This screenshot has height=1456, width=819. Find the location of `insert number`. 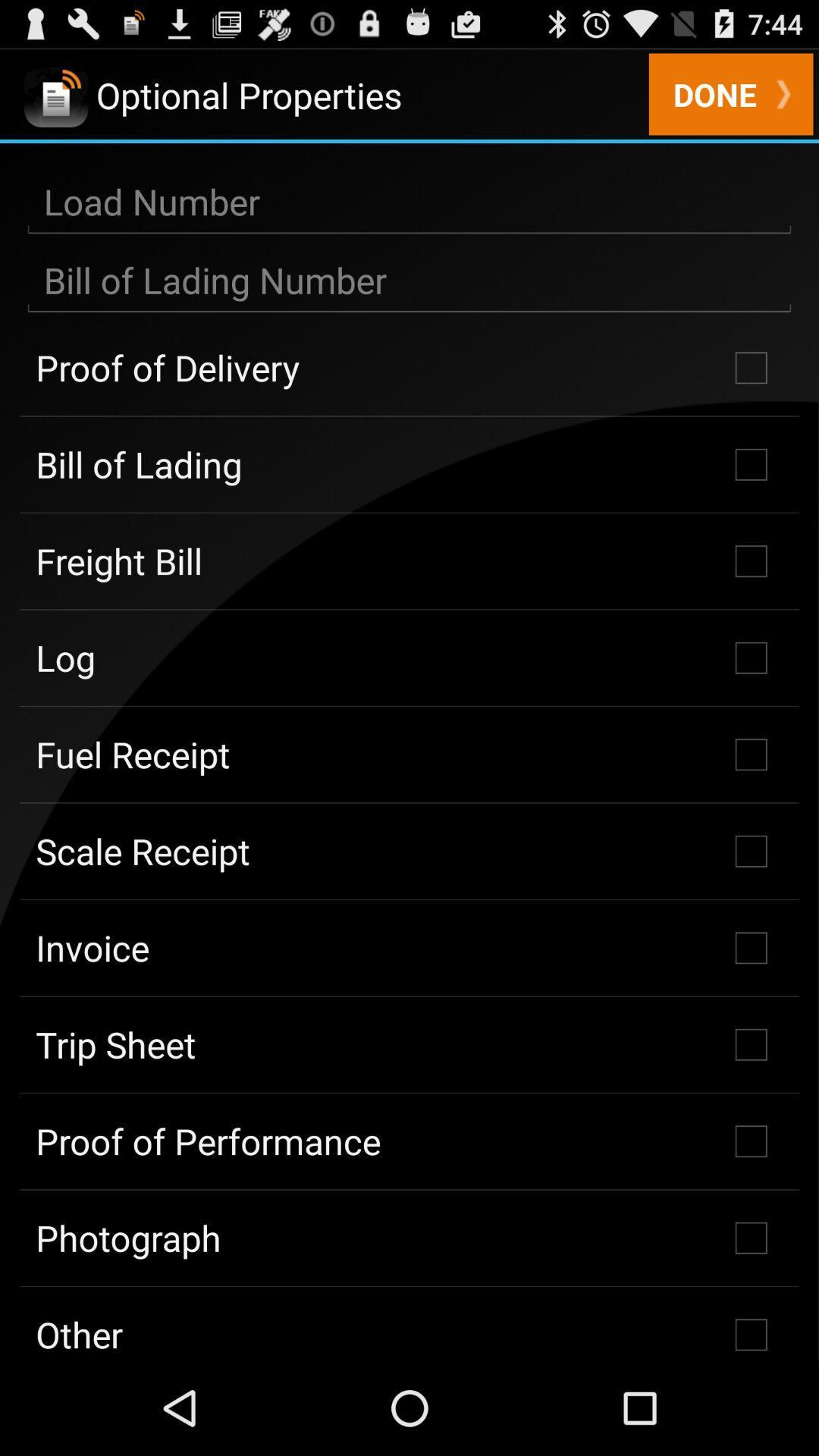

insert number is located at coordinates (409, 281).